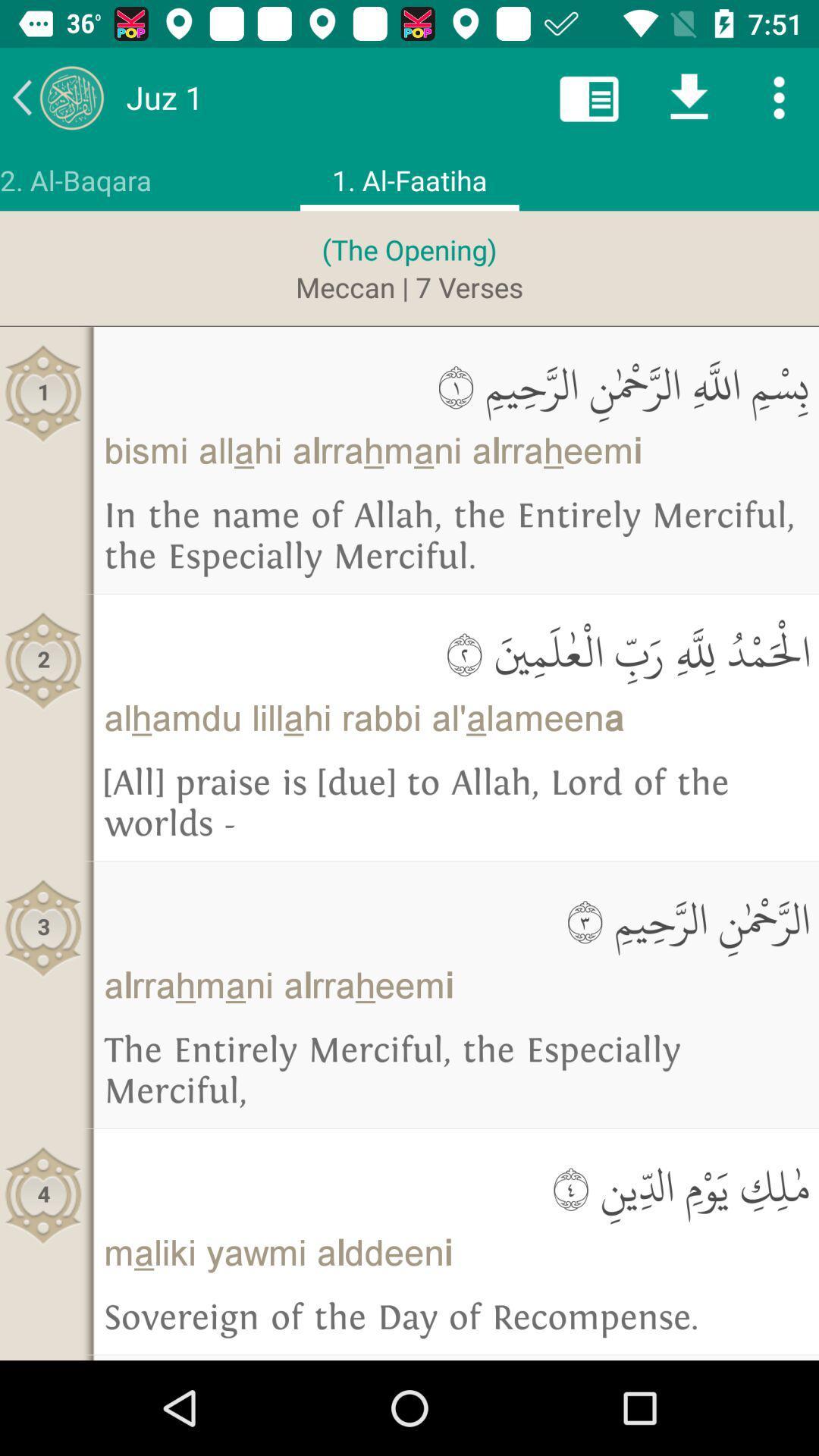 The height and width of the screenshot is (1456, 819). What do you see at coordinates (455, 450) in the screenshot?
I see `bismi allahi alrrahmani icon` at bounding box center [455, 450].